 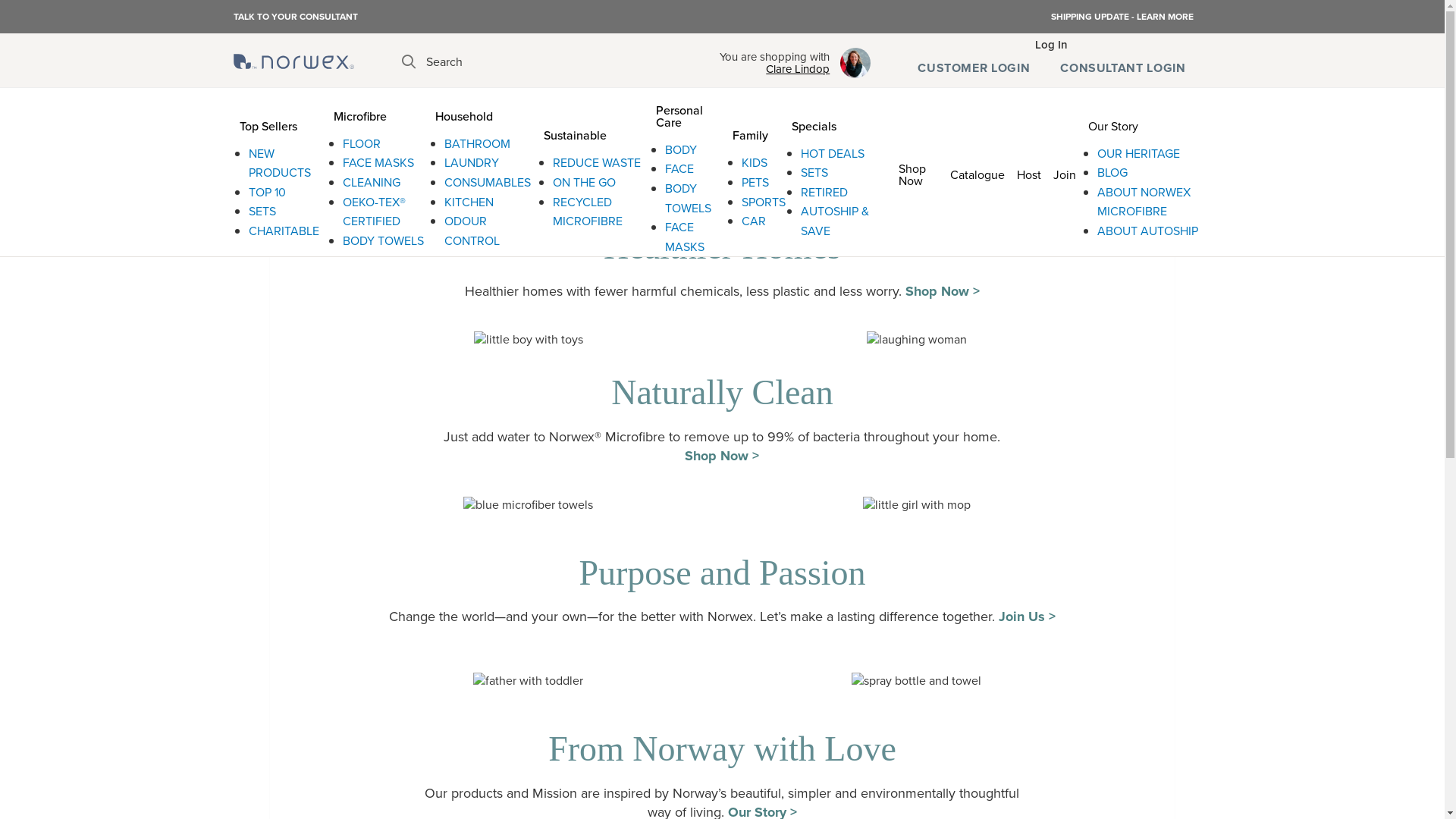 What do you see at coordinates (583, 181) in the screenshot?
I see `'ON THE GO'` at bounding box center [583, 181].